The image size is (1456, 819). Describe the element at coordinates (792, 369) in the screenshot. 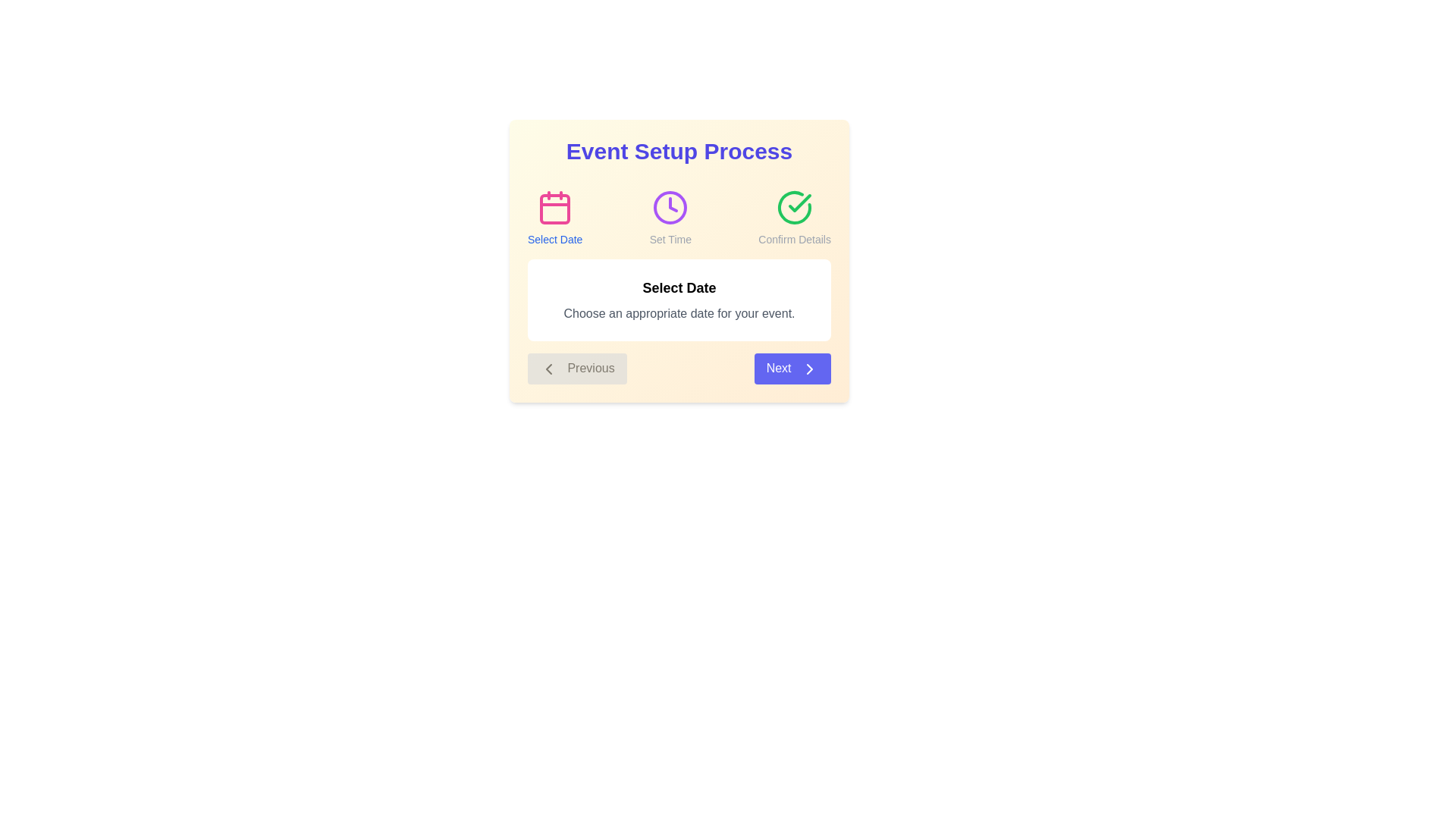

I see `'Next' button to proceed to the next step` at that location.